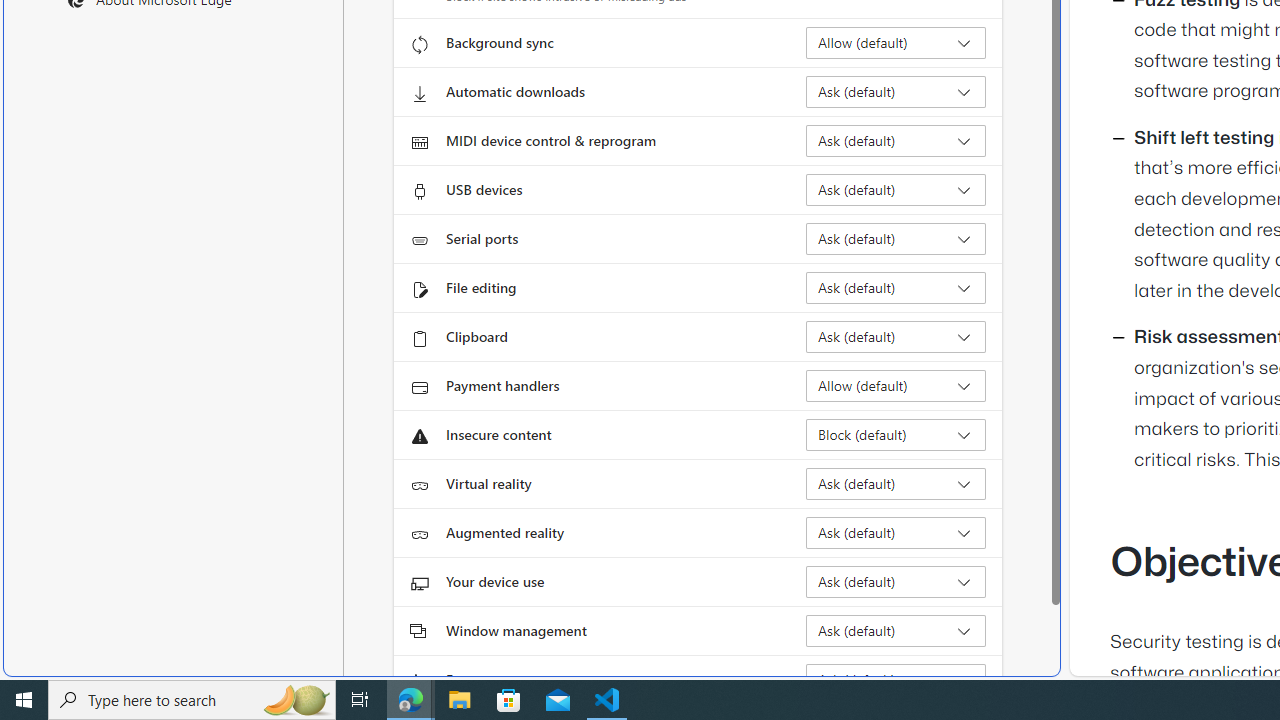 The width and height of the screenshot is (1280, 720). What do you see at coordinates (895, 385) in the screenshot?
I see `'Payment handlers Allow (default)'` at bounding box center [895, 385].